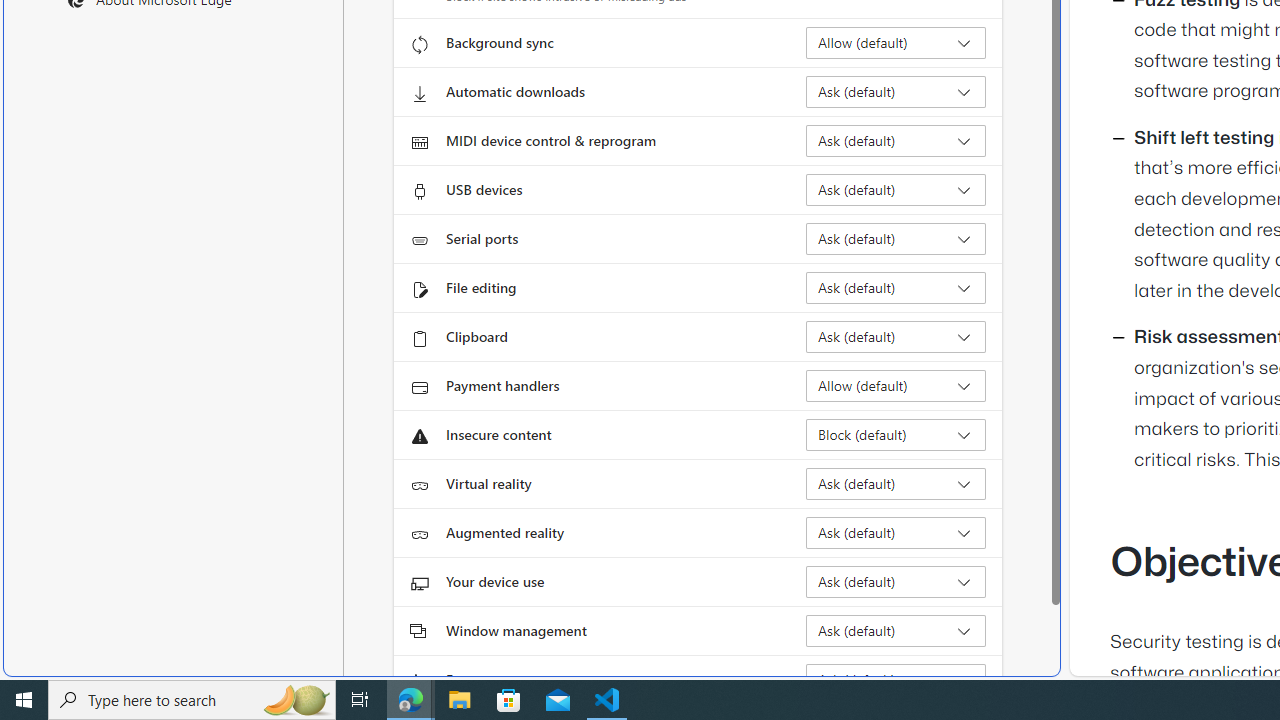 The width and height of the screenshot is (1280, 720). What do you see at coordinates (895, 385) in the screenshot?
I see `'Payment handlers Allow (default)'` at bounding box center [895, 385].